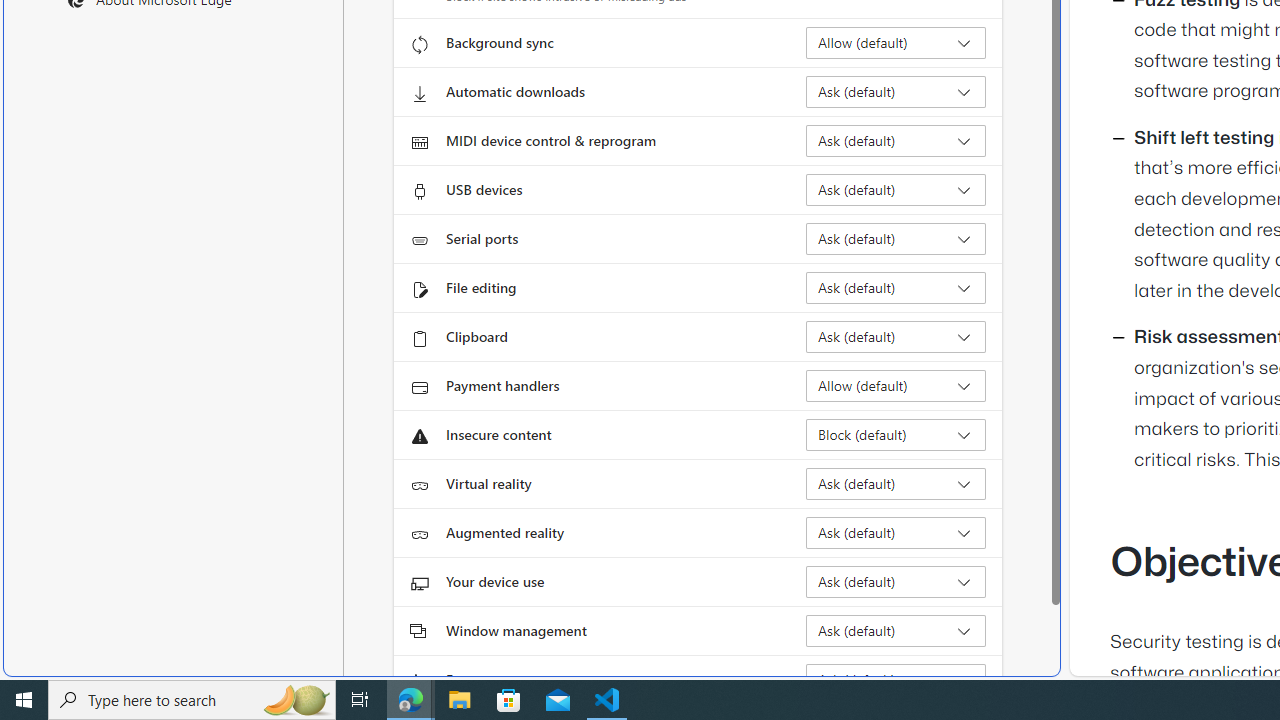 The width and height of the screenshot is (1280, 720). What do you see at coordinates (895, 385) in the screenshot?
I see `'Payment handlers Allow (default)'` at bounding box center [895, 385].